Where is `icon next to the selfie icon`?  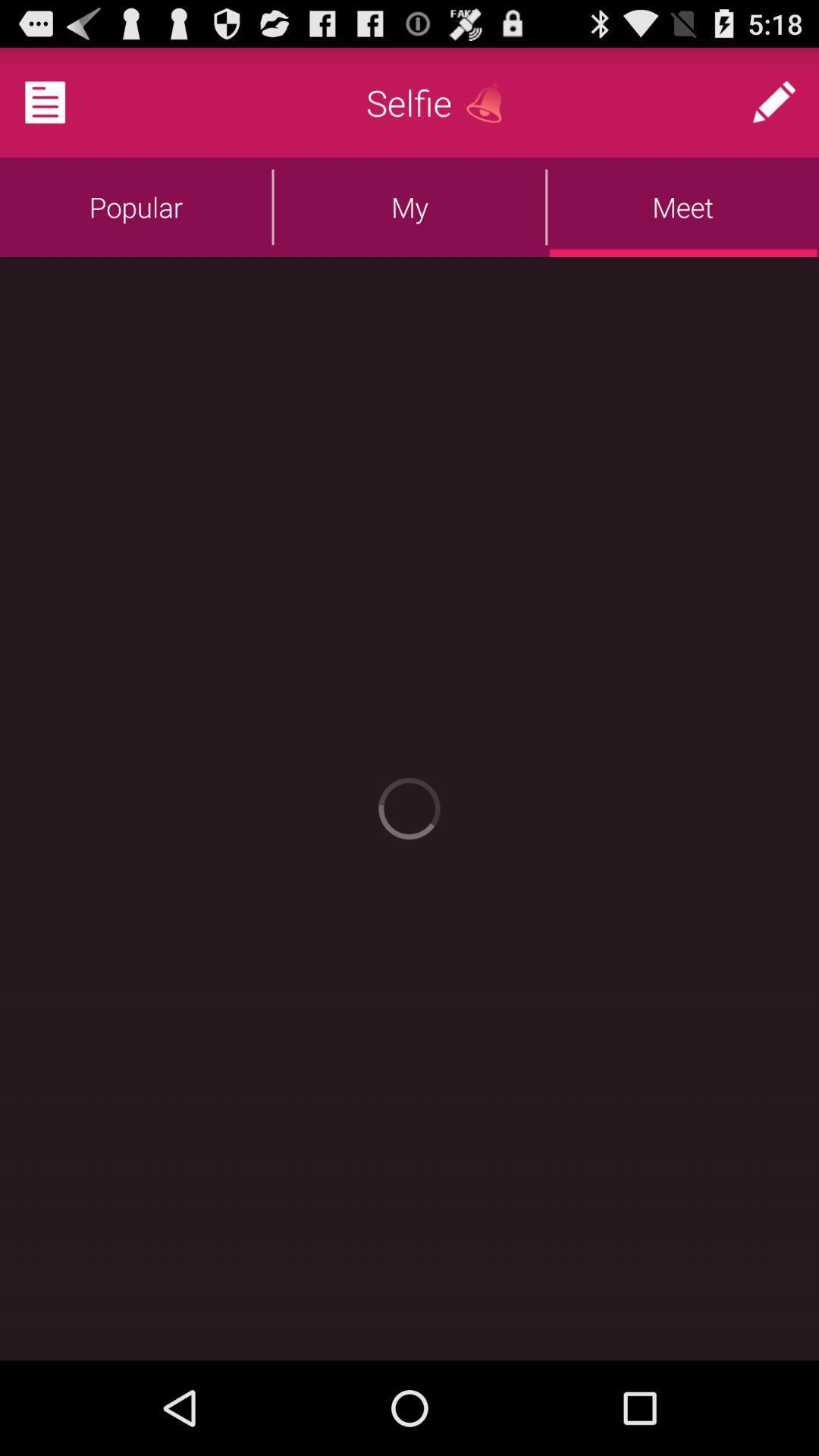
icon next to the selfie icon is located at coordinates (490, 102).